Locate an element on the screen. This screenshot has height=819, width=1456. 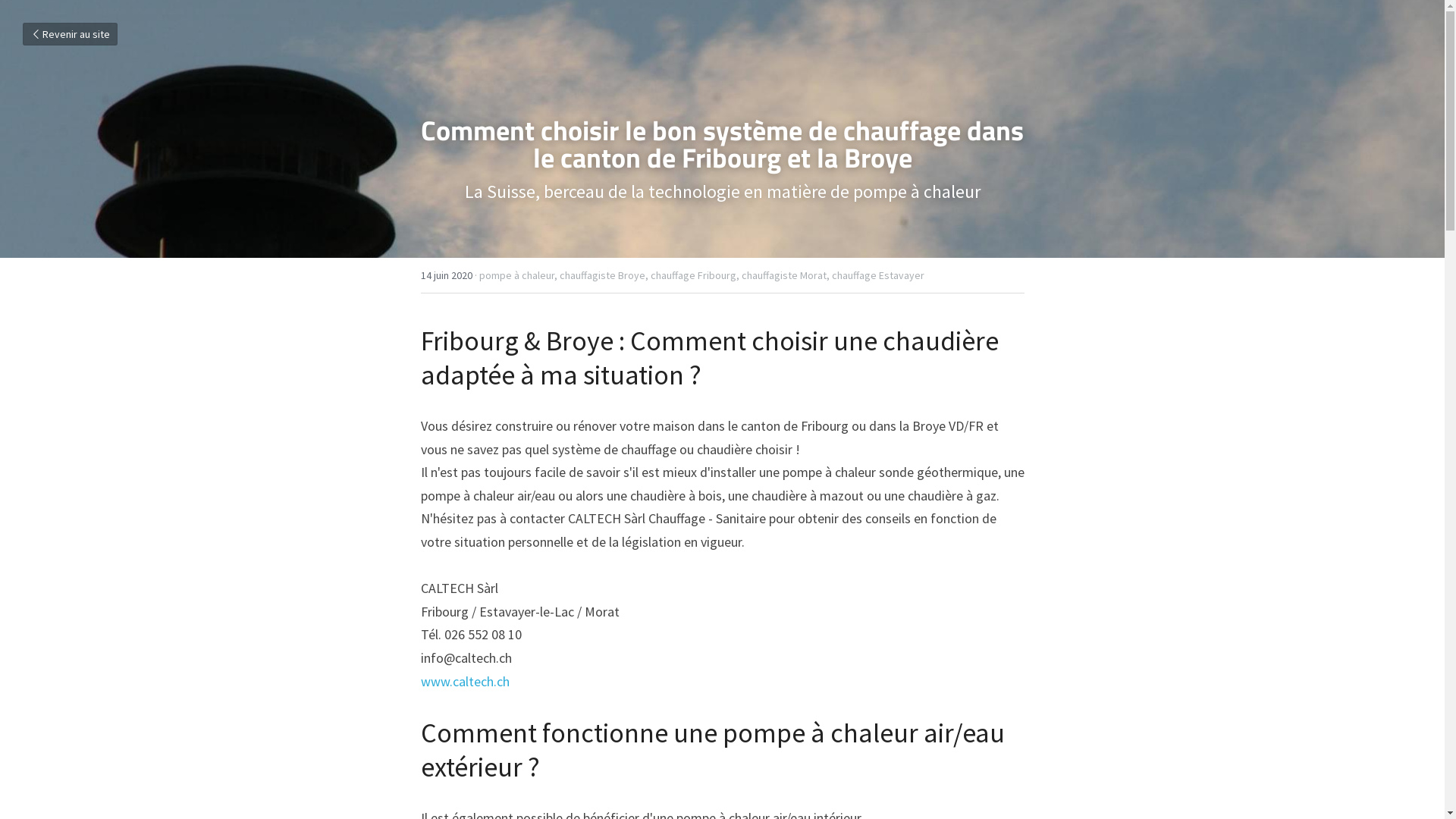
'www.caltech.ch' is located at coordinates (463, 680).